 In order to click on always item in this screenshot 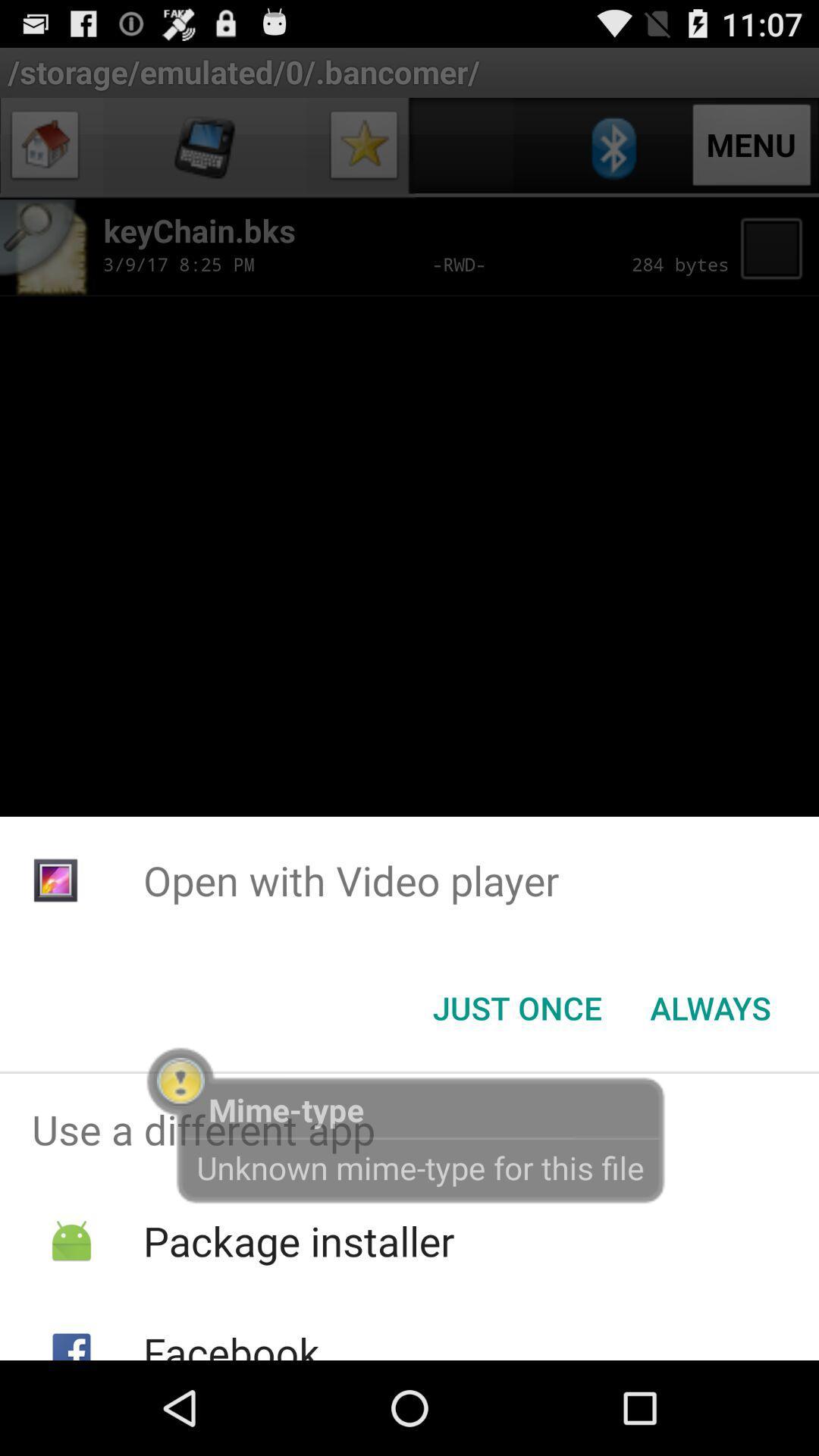, I will do `click(711, 1008)`.